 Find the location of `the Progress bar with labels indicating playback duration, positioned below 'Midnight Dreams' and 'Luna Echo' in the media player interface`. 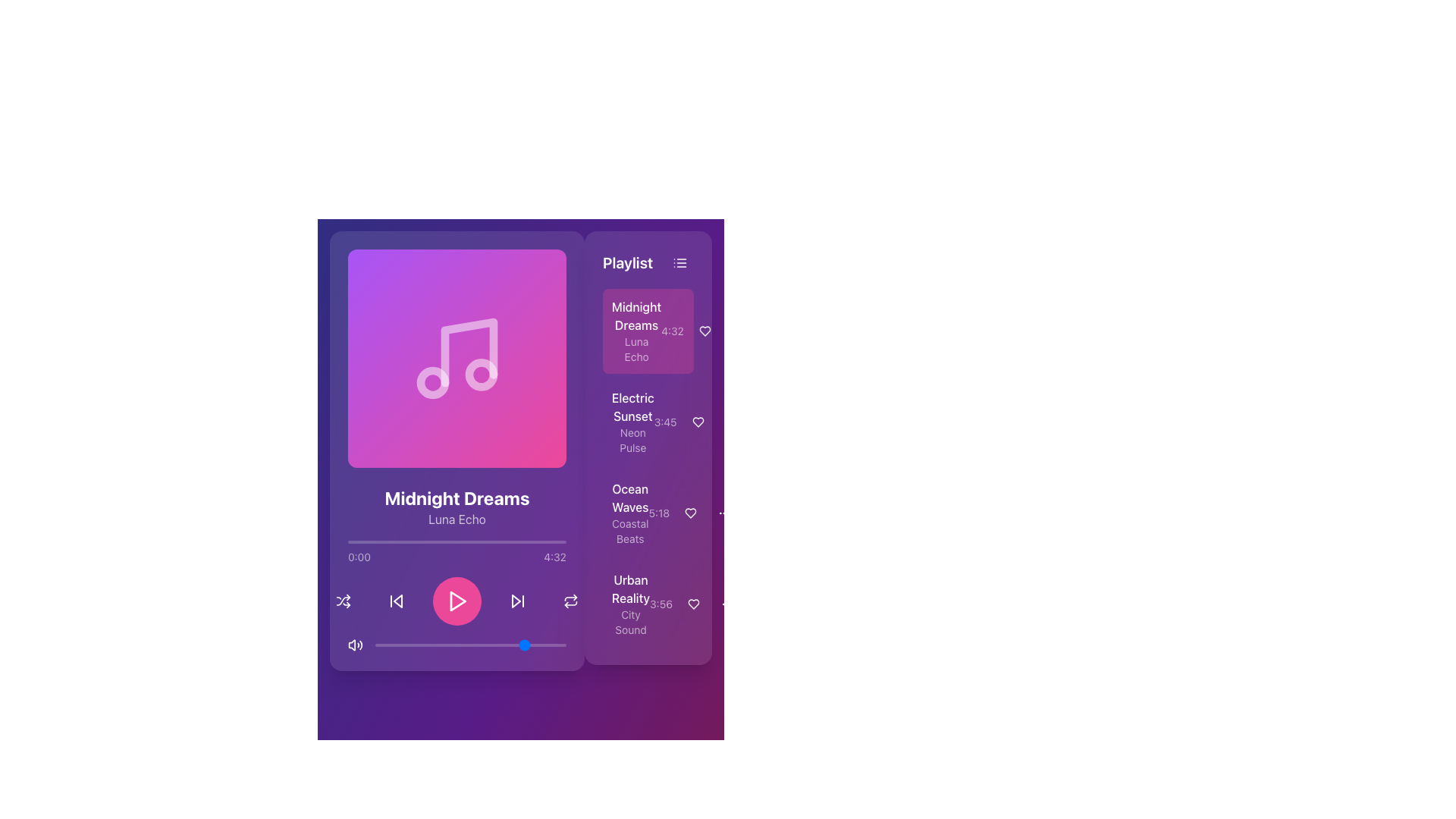

the Progress bar with labels indicating playback duration, positioned below 'Midnight Dreams' and 'Luna Echo' in the media player interface is located at coordinates (457, 553).